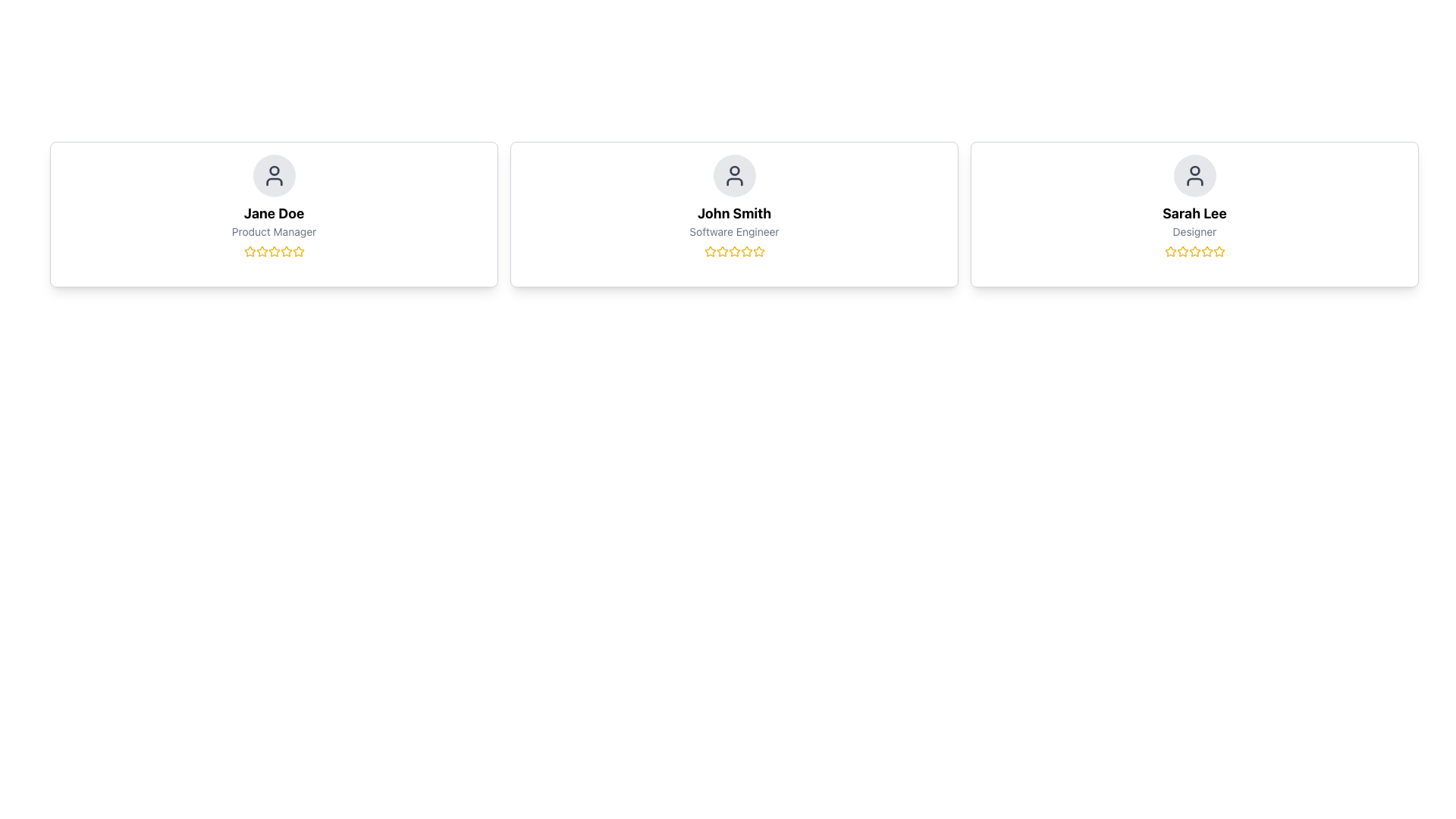  What do you see at coordinates (1169, 250) in the screenshot?
I see `the first star-shaped icon in the rating row below the 'Sarah Lee' profile to interact with the rating system` at bounding box center [1169, 250].